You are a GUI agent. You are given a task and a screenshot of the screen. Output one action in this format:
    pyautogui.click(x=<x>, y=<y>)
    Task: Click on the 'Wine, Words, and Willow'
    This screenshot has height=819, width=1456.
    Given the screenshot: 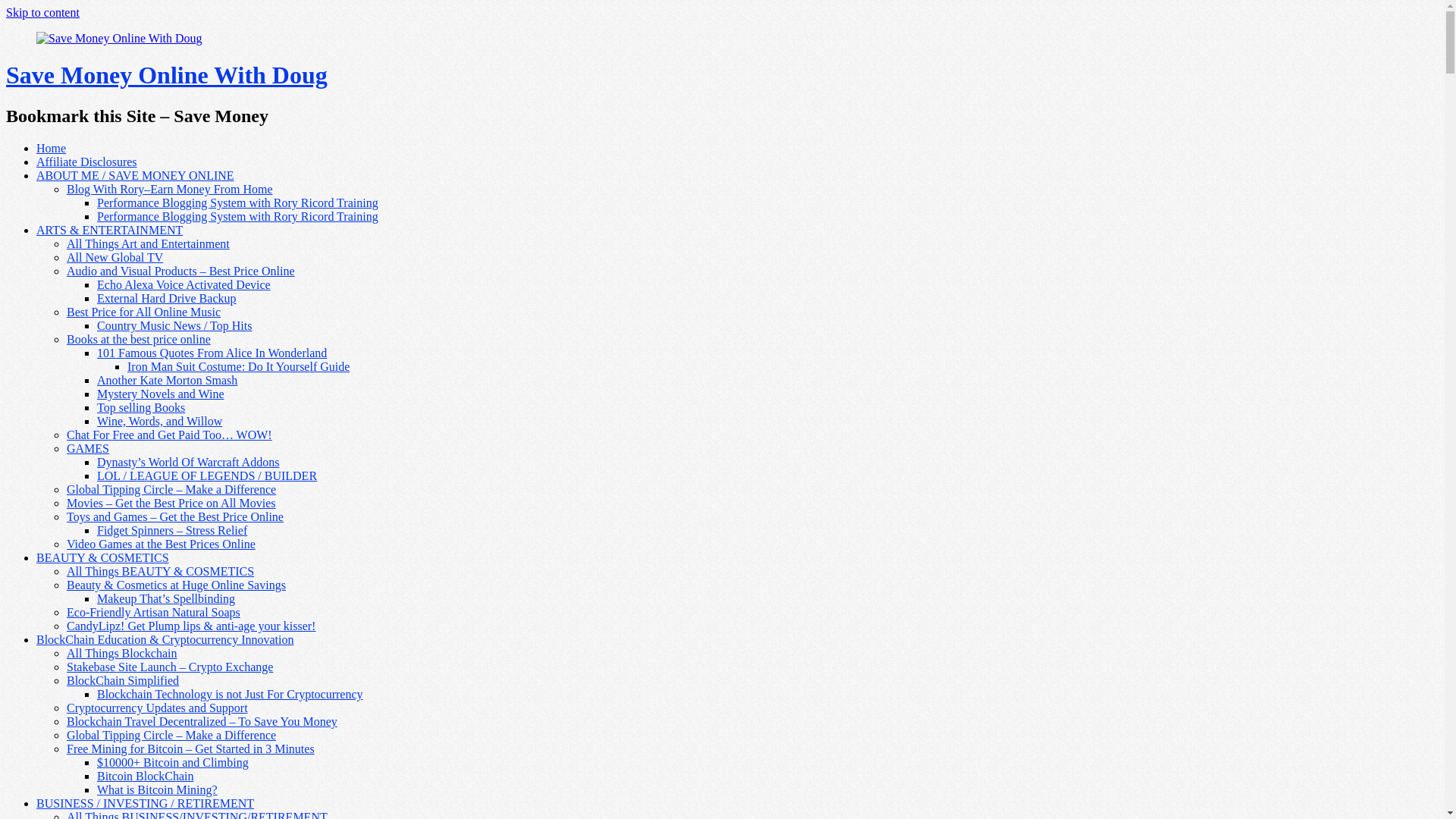 What is the action you would take?
    pyautogui.click(x=96, y=421)
    